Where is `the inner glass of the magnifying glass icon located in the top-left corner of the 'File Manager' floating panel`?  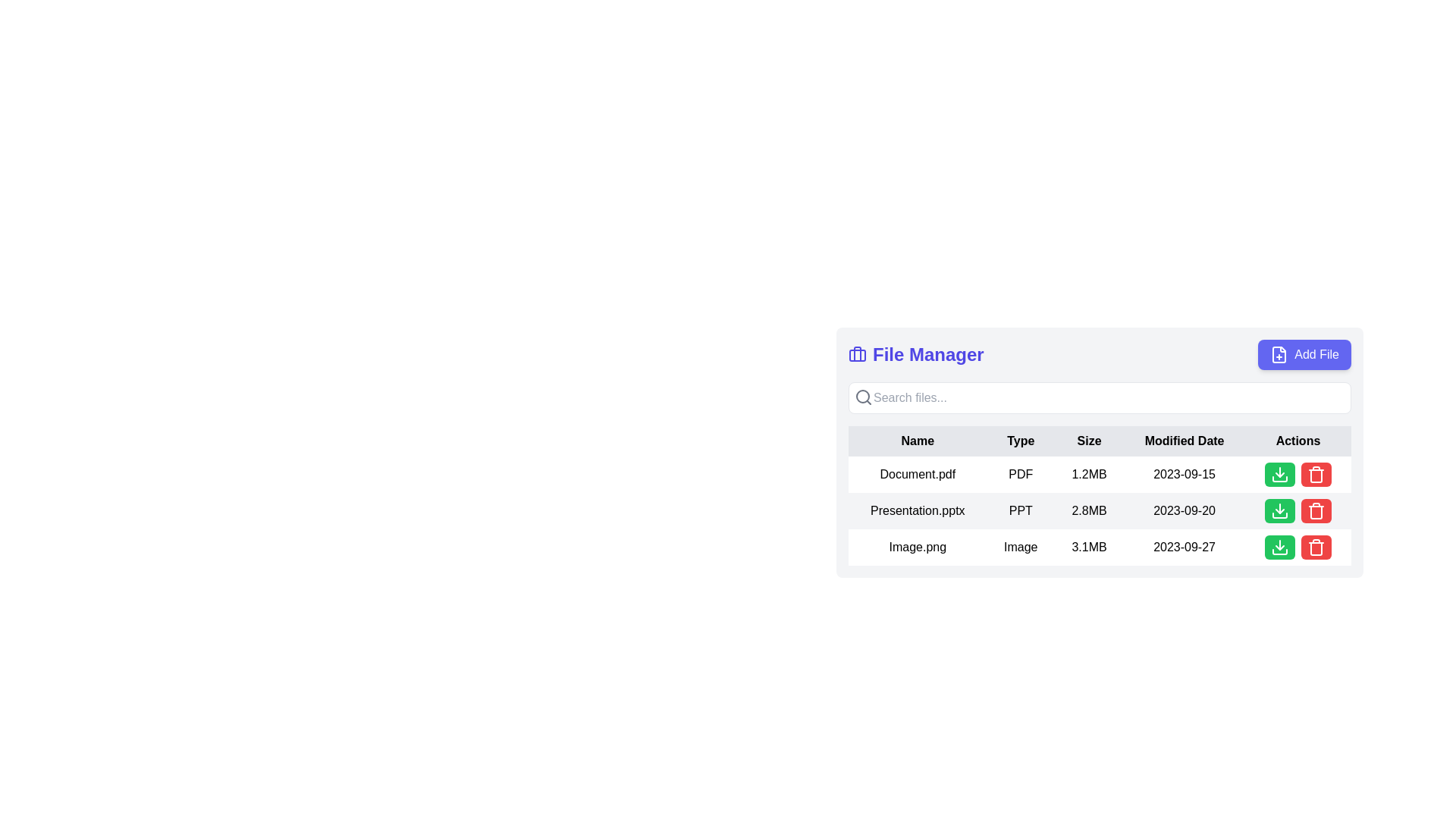 the inner glass of the magnifying glass icon located in the top-left corner of the 'File Manager' floating panel is located at coordinates (862, 396).